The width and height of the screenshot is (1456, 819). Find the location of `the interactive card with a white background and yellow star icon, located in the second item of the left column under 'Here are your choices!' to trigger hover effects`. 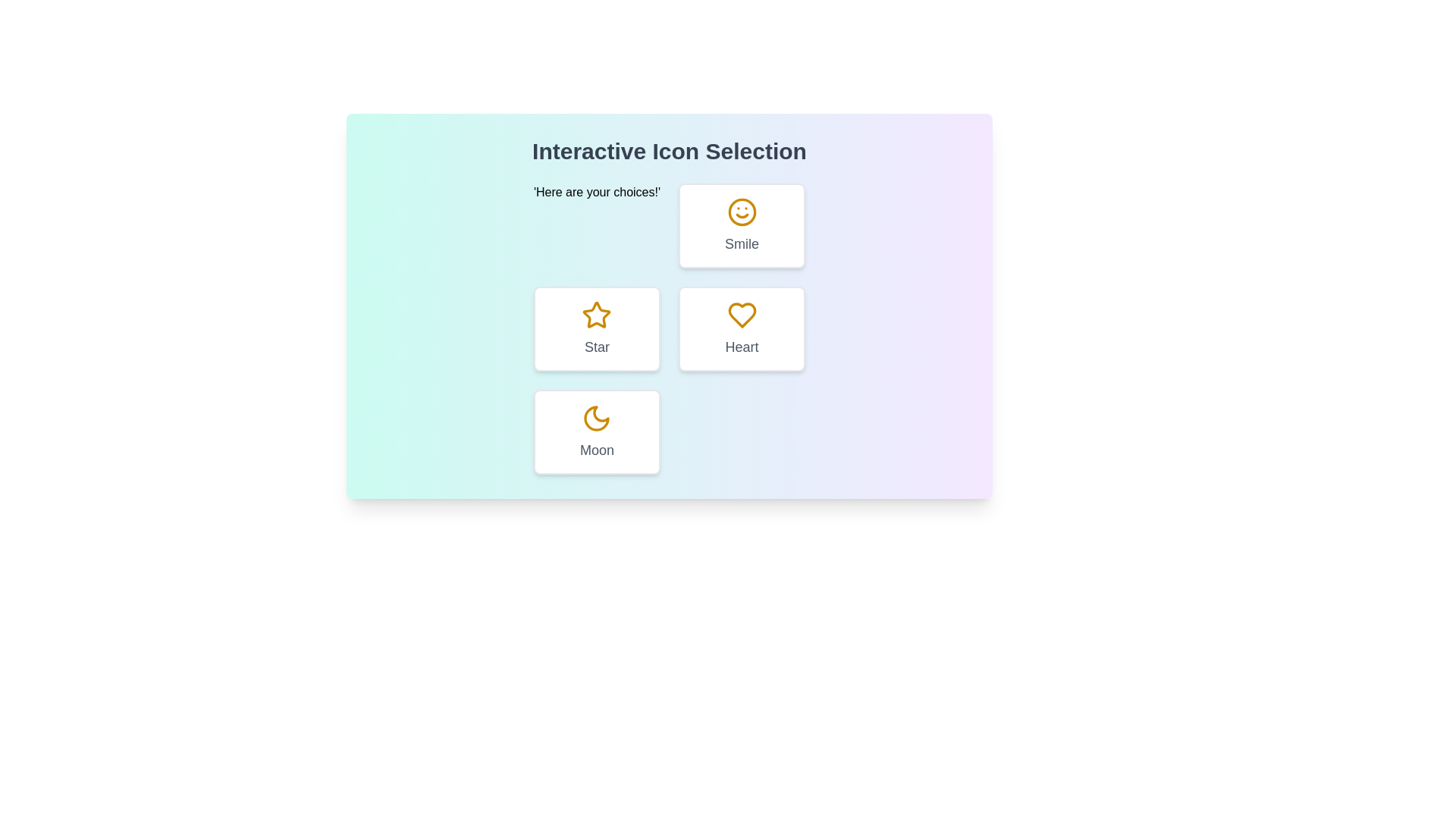

the interactive card with a white background and yellow star icon, located in the second item of the left column under 'Here are your choices!' to trigger hover effects is located at coordinates (596, 328).